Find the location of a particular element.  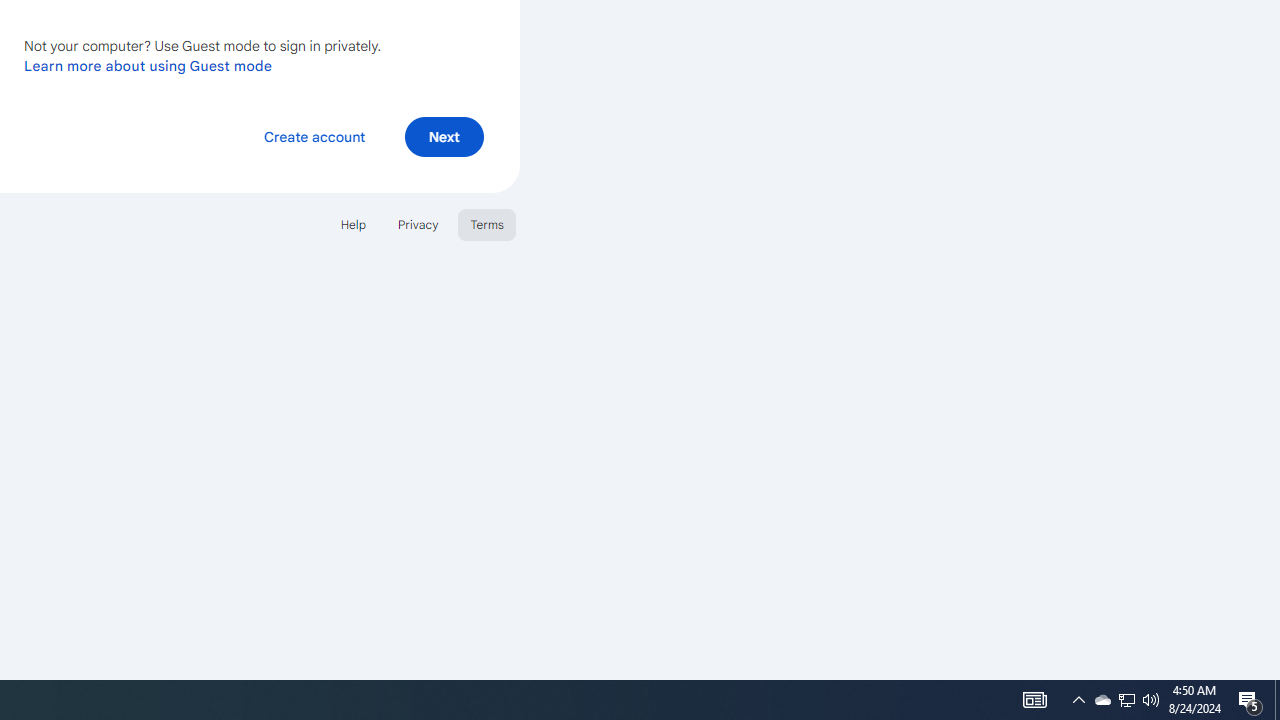

'Learn more about using Guest mode' is located at coordinates (147, 64).